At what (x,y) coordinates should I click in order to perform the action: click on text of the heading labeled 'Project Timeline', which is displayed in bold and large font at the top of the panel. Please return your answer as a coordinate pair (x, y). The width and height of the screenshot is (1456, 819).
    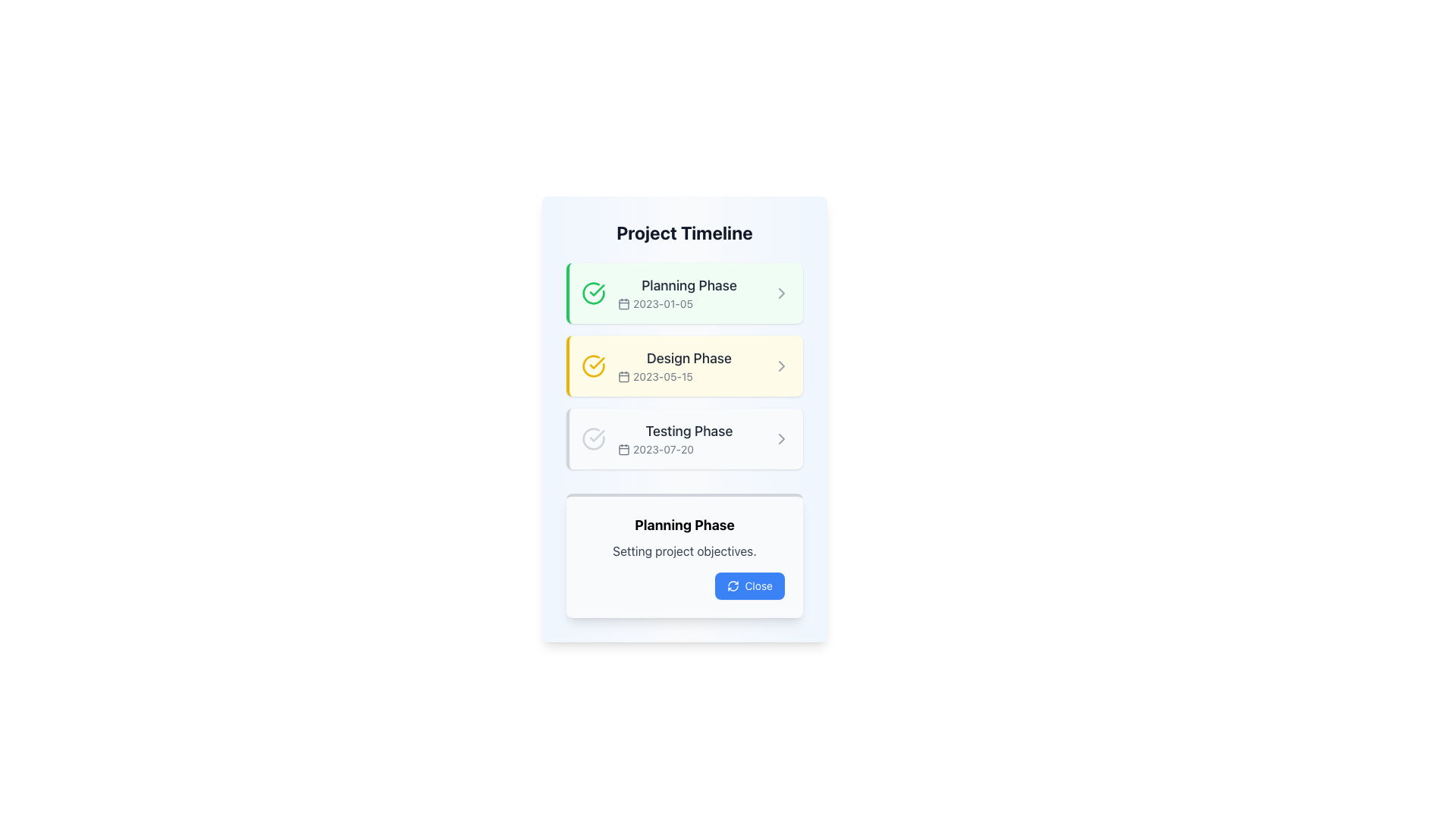
    Looking at the image, I should click on (683, 233).